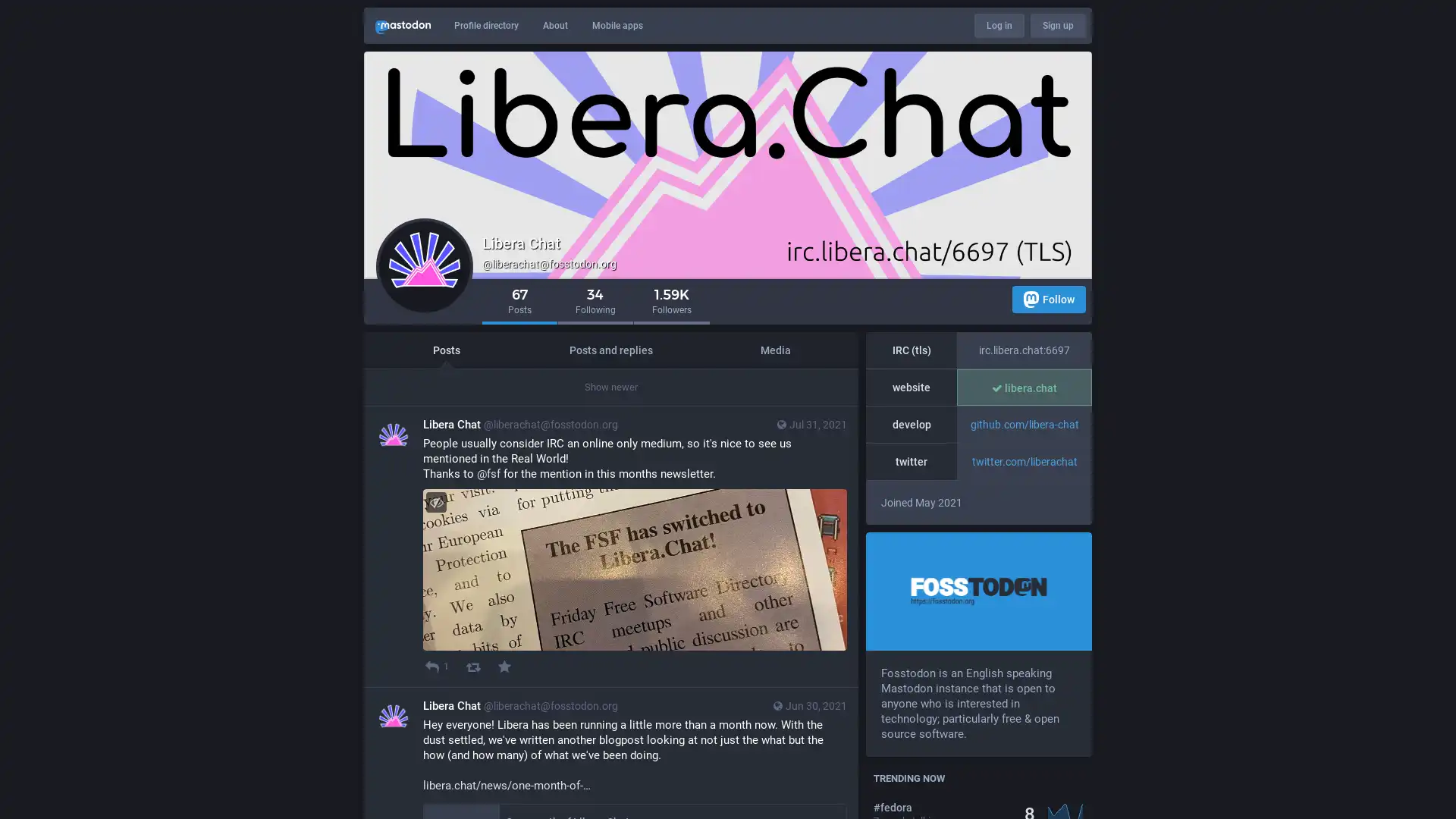 This screenshot has height=819, width=1456. I want to click on Hide image, so click(435, 502).